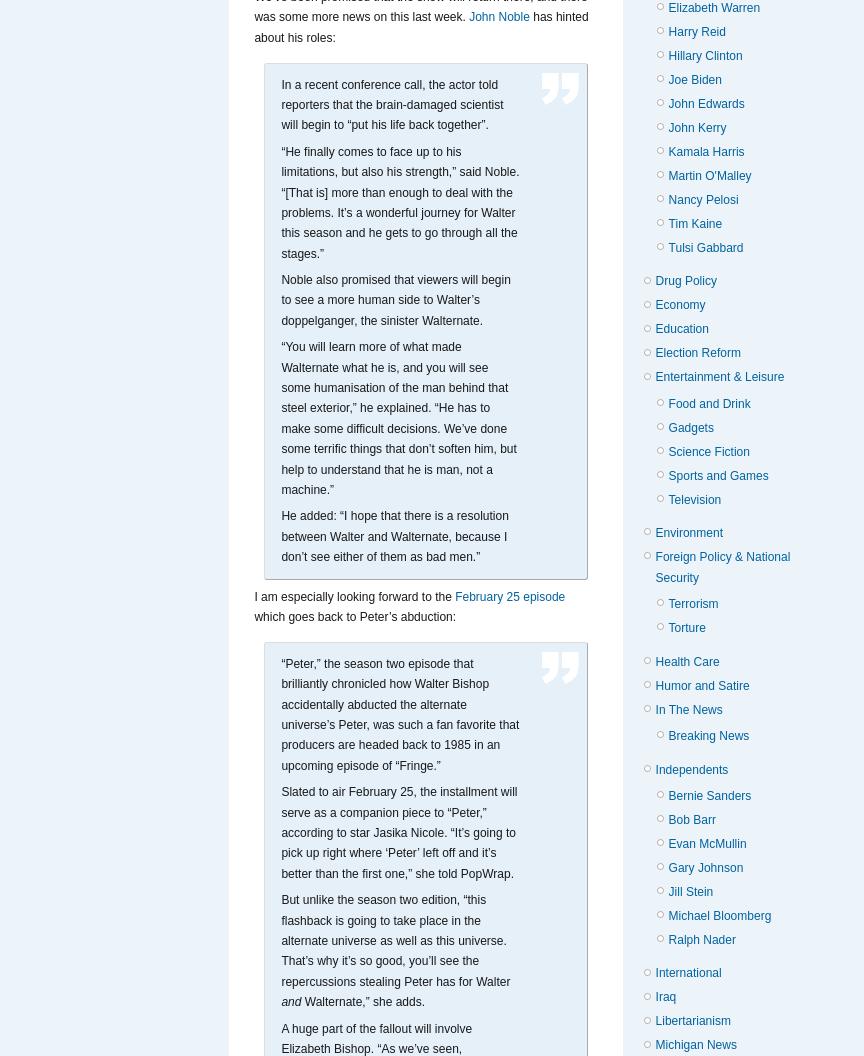  What do you see at coordinates (394, 300) in the screenshot?
I see `'Noble also promised that viewers will begin to see a more human side to Walter’s doppelganger, the sinister Walternate.'` at bounding box center [394, 300].